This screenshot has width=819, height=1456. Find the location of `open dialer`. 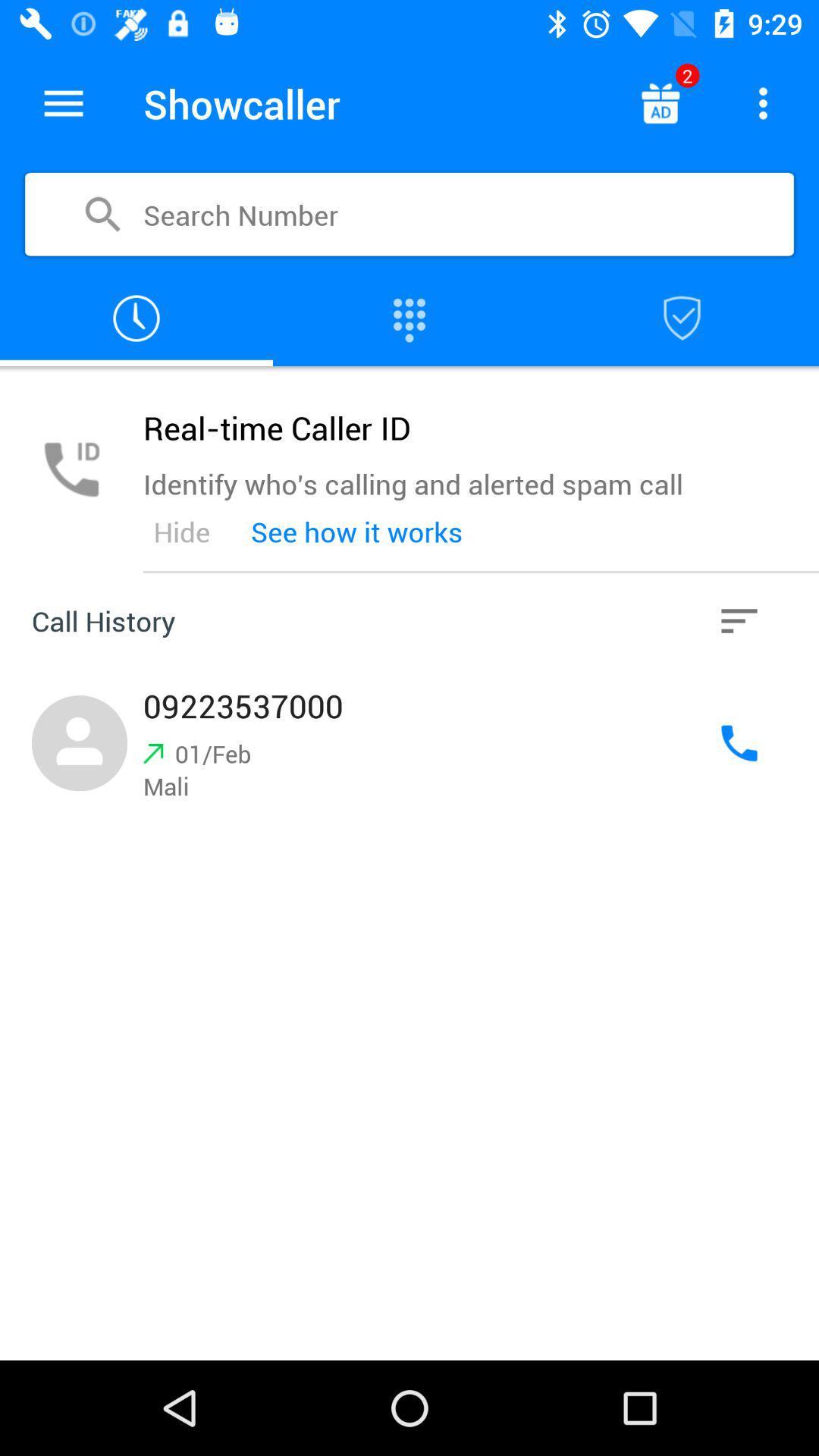

open dialer is located at coordinates (409, 318).